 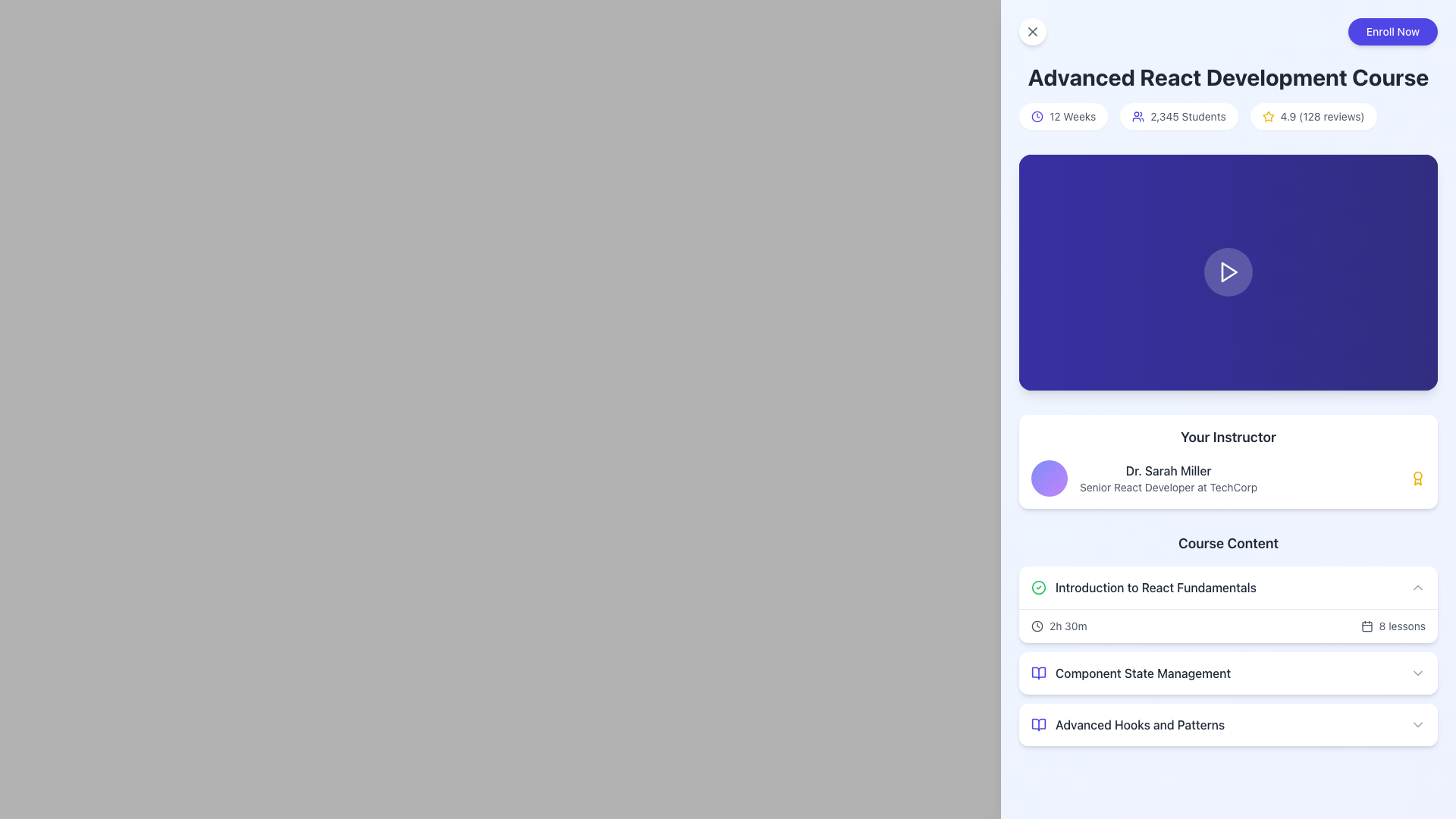 What do you see at coordinates (1228, 586) in the screenshot?
I see `the Collapsible Section Header labeled 'Introduction to React Fundamentals'` at bounding box center [1228, 586].